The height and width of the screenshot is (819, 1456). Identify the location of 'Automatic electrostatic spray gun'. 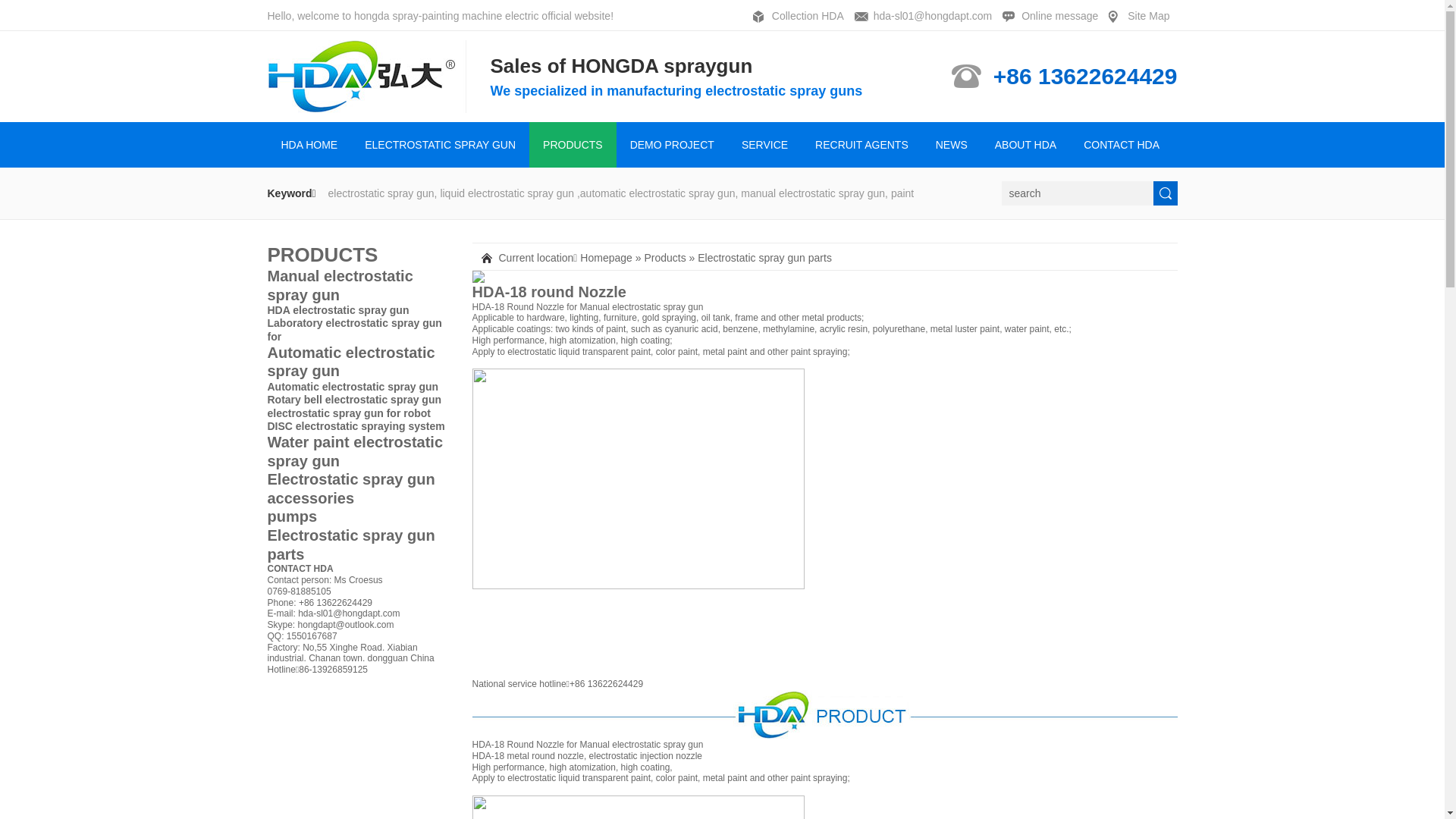
(352, 385).